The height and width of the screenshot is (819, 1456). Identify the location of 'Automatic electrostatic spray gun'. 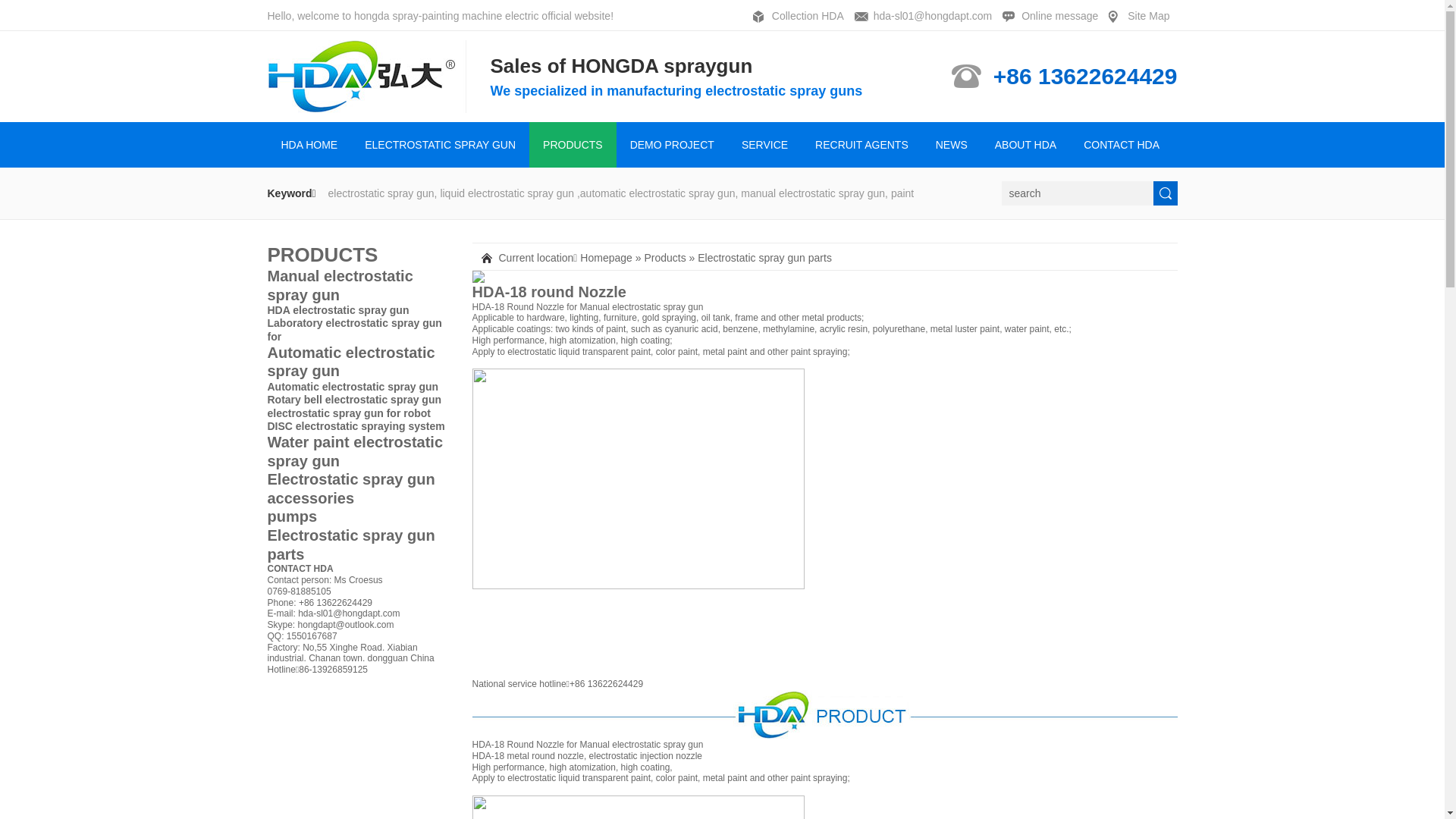
(352, 385).